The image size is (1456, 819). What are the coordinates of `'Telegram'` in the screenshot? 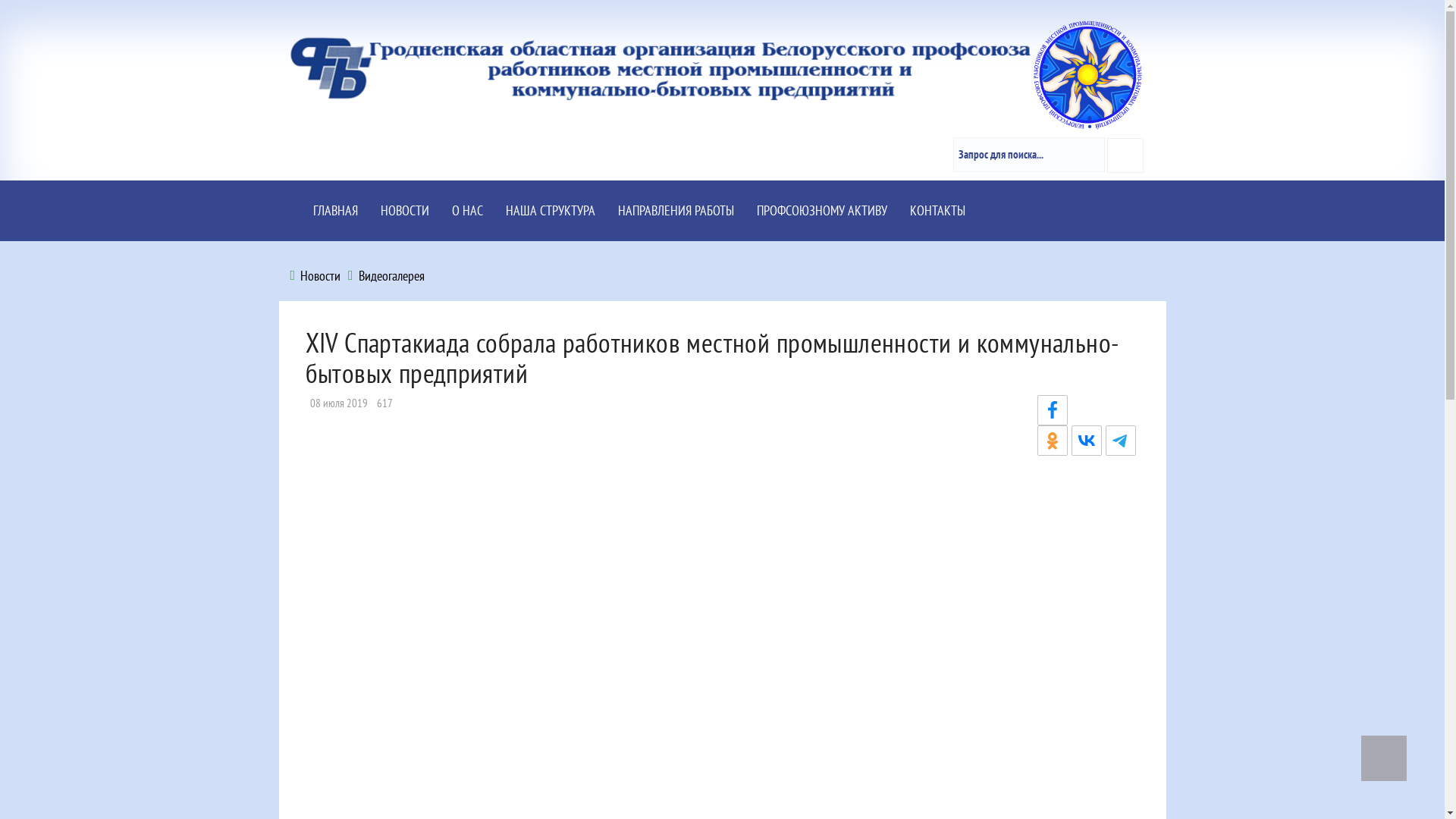 It's located at (1121, 441).